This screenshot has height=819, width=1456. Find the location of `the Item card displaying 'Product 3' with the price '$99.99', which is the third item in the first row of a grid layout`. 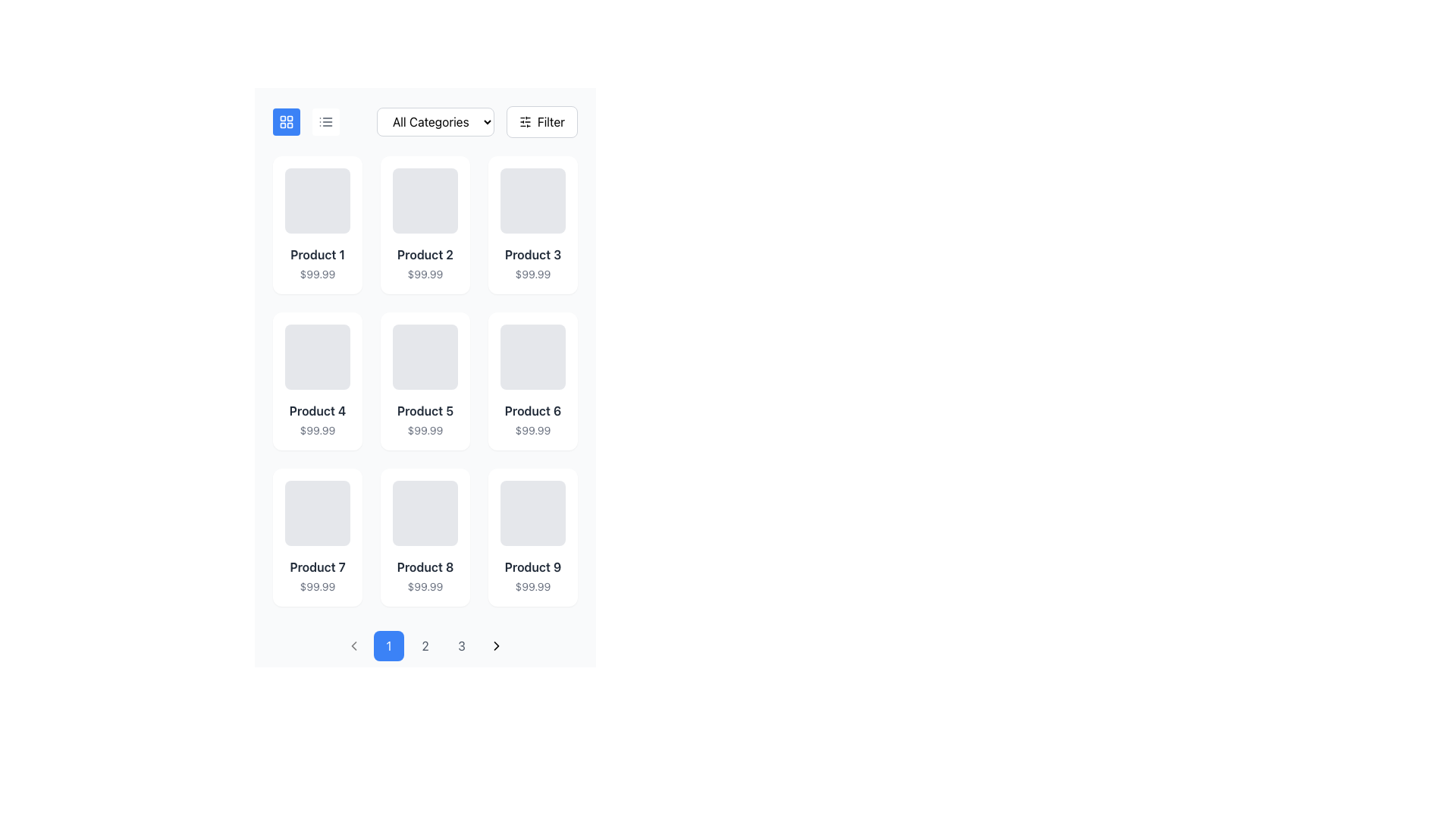

the Item card displaying 'Product 3' with the price '$99.99', which is the third item in the first row of a grid layout is located at coordinates (532, 225).